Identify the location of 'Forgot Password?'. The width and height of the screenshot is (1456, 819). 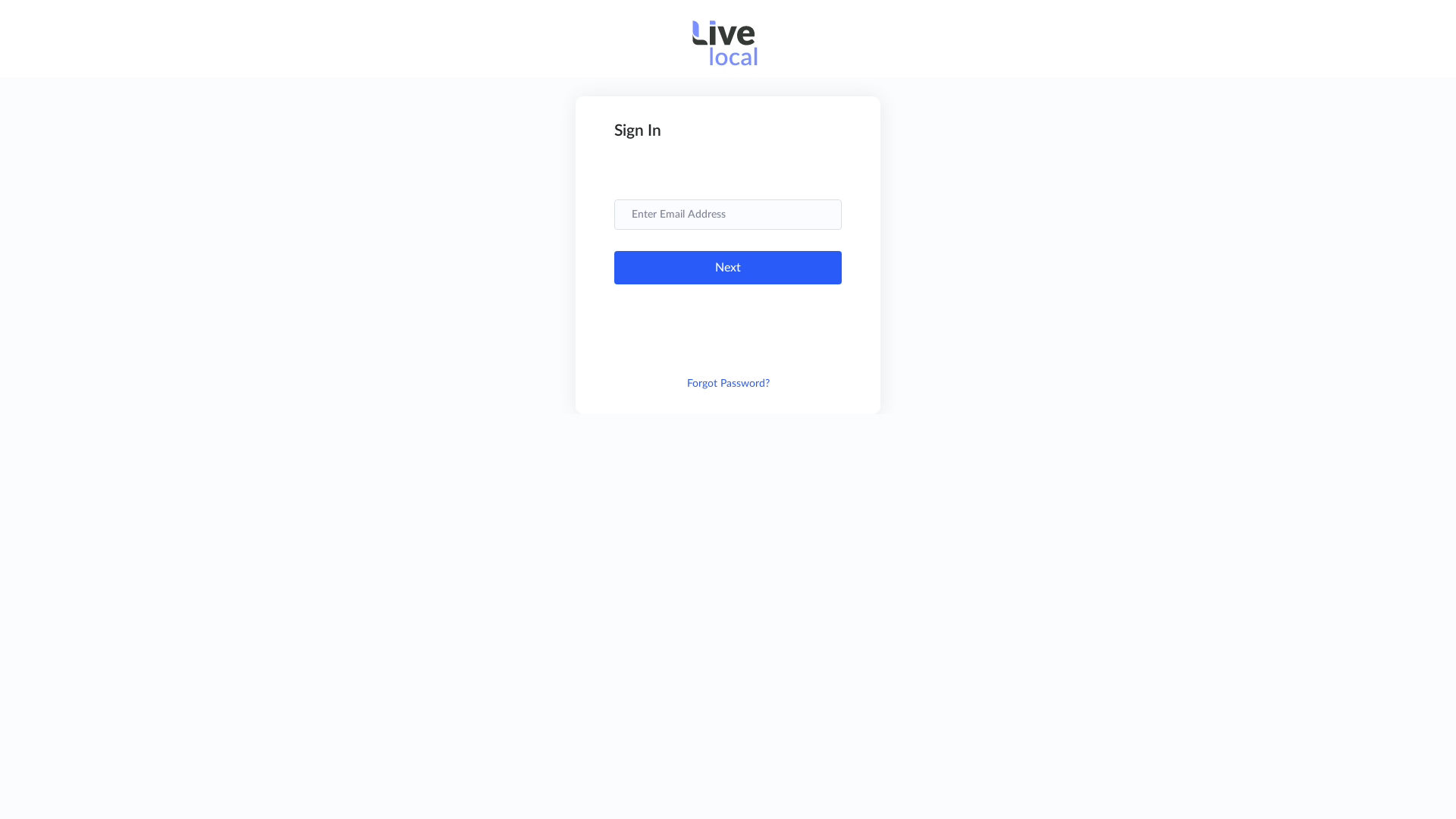
(686, 382).